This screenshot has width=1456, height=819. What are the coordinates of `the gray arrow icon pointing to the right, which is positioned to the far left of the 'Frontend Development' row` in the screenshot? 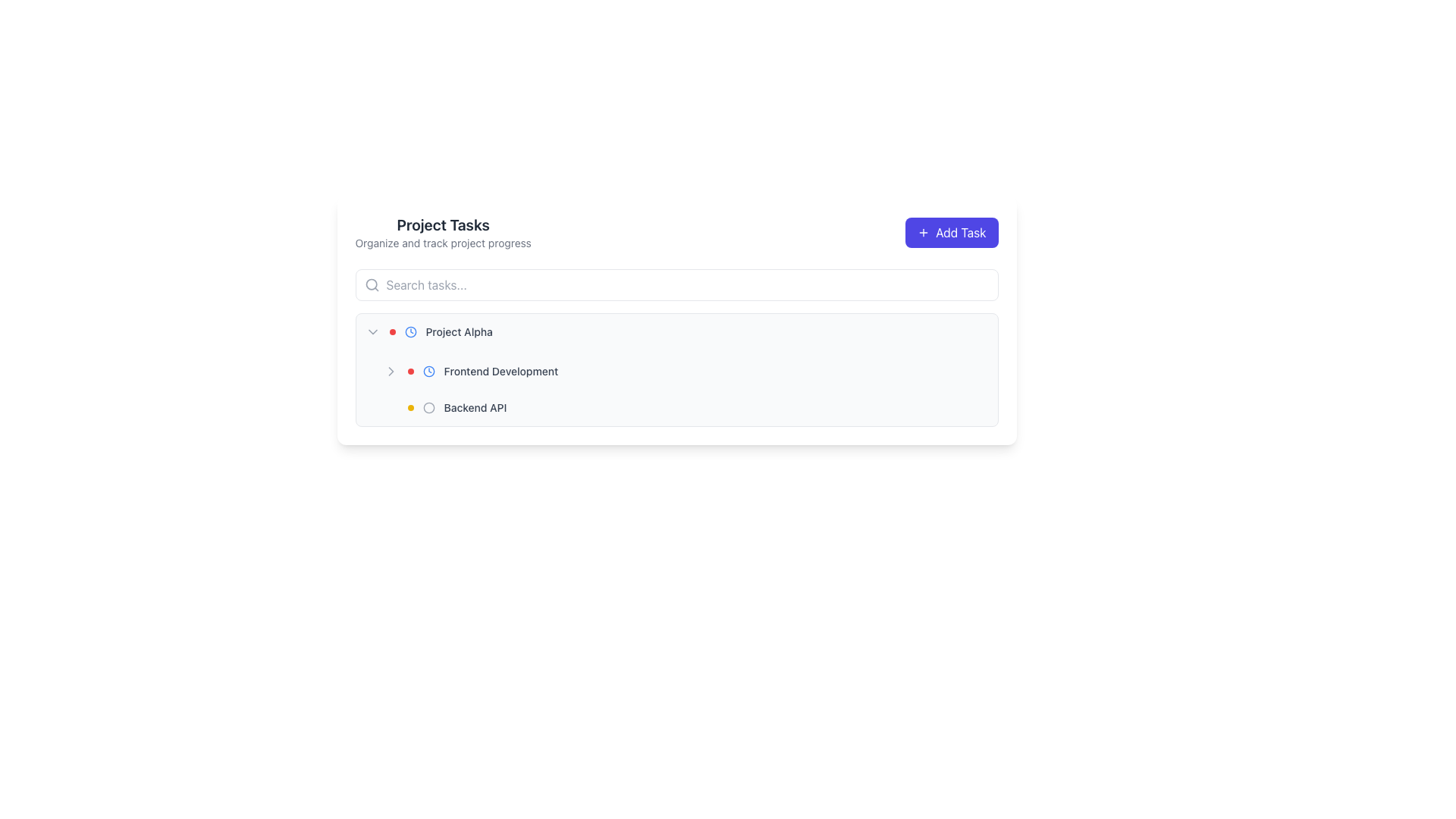 It's located at (391, 371).